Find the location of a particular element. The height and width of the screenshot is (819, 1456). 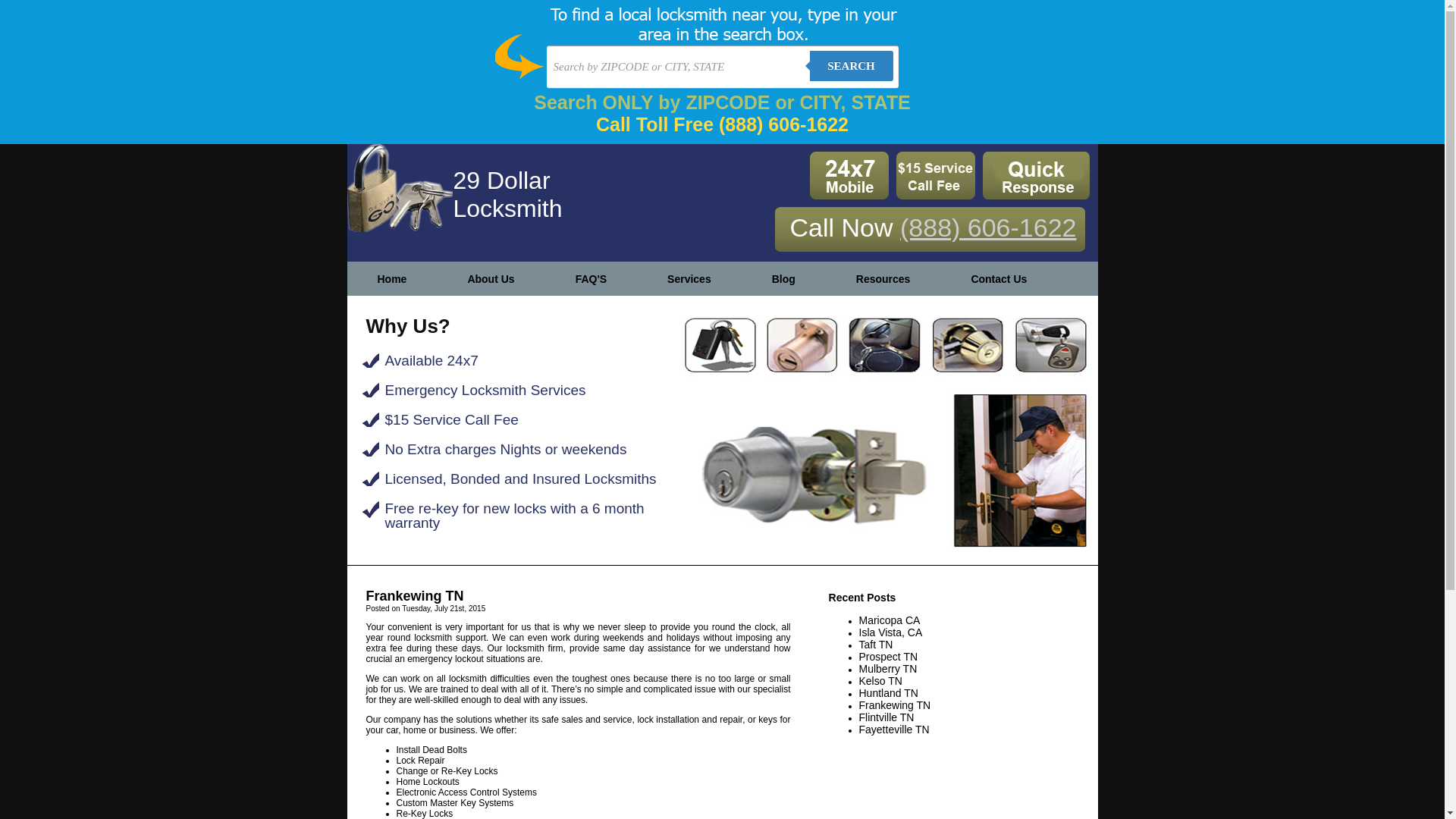

'(888) 606-1622' is located at coordinates (988, 227).